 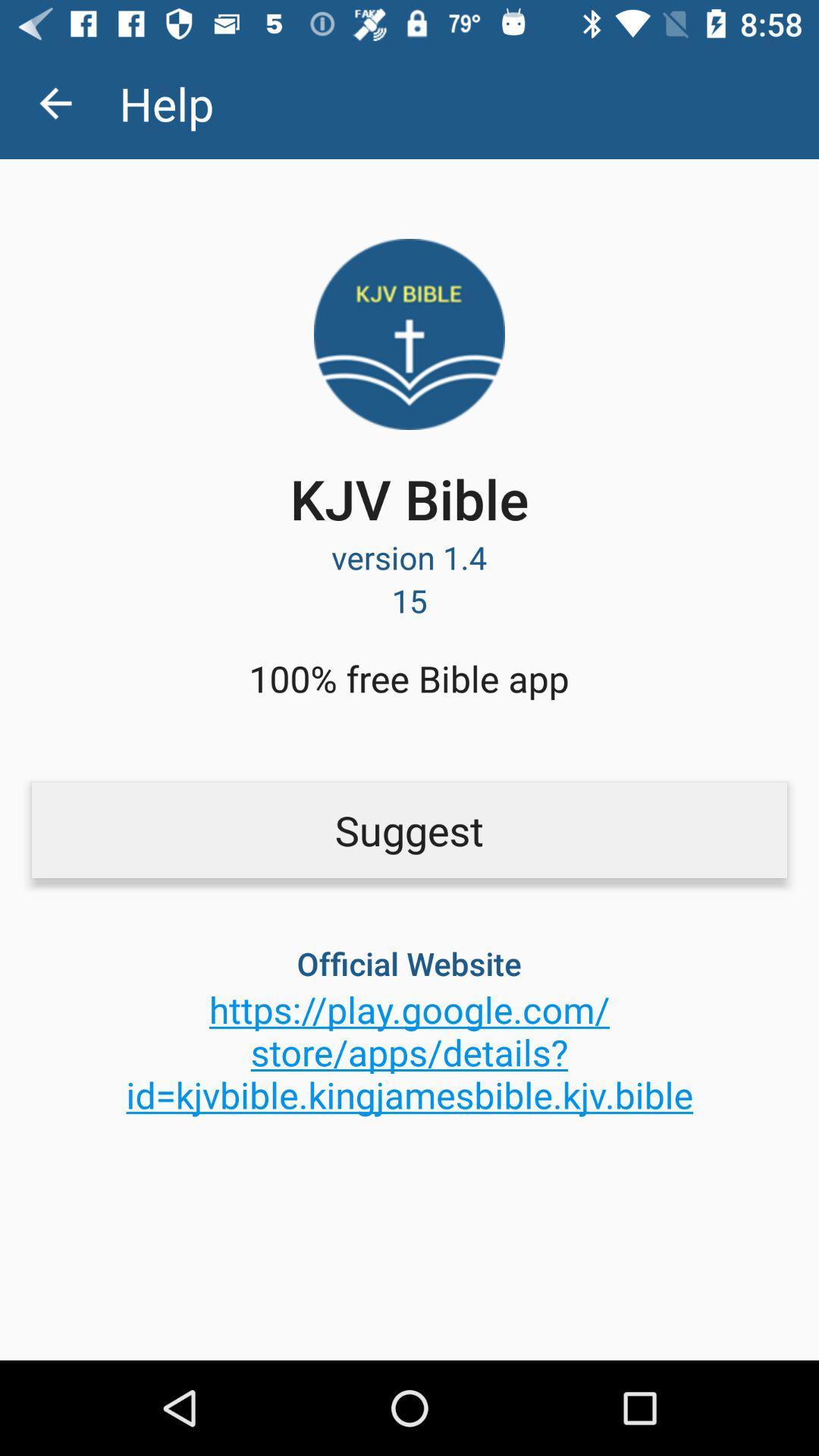 I want to click on the item above suggest, so click(x=408, y=677).